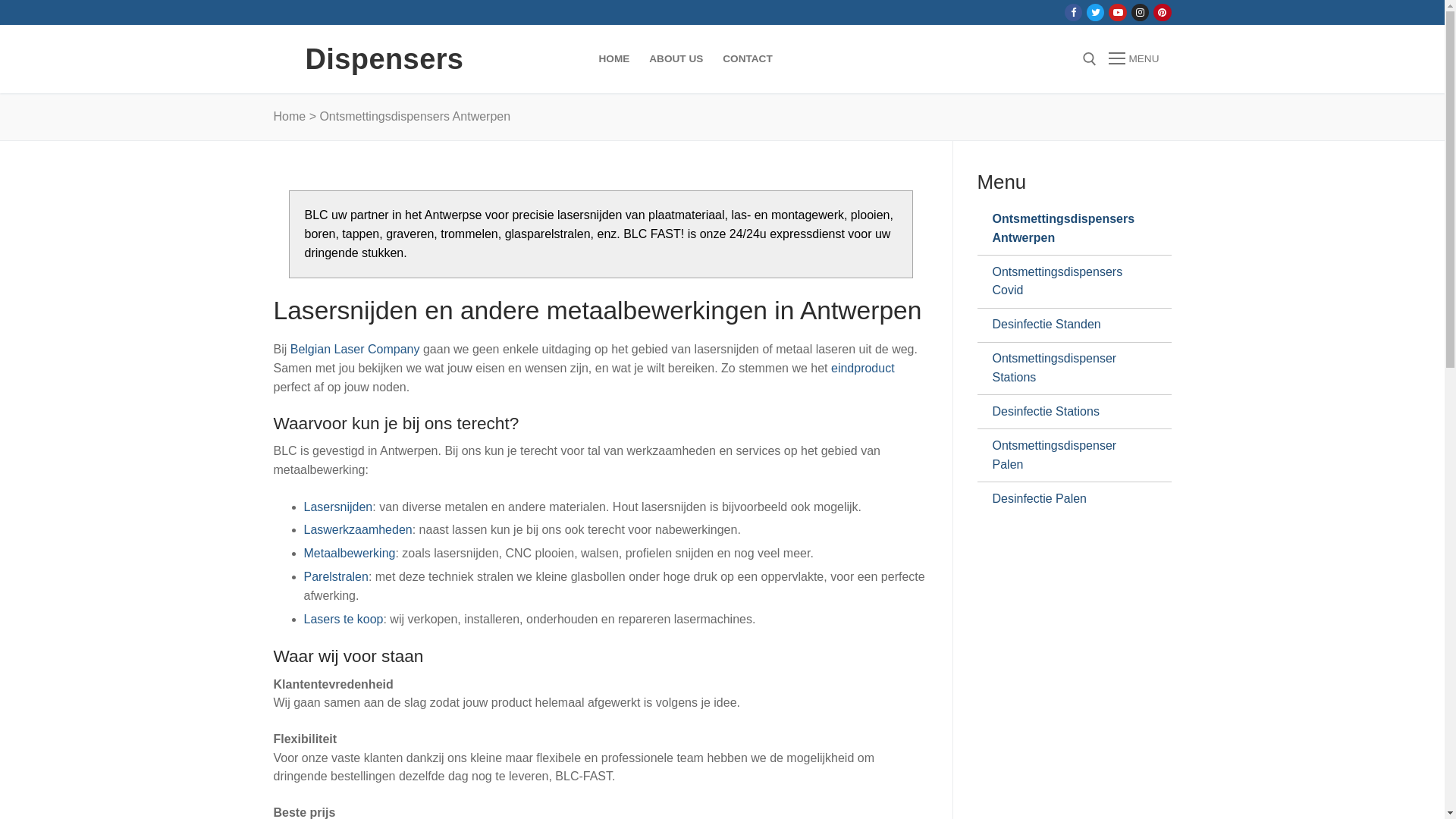 Image resolution: width=1456 pixels, height=819 pixels. What do you see at coordinates (354, 349) in the screenshot?
I see `'Belgian Laser Company'` at bounding box center [354, 349].